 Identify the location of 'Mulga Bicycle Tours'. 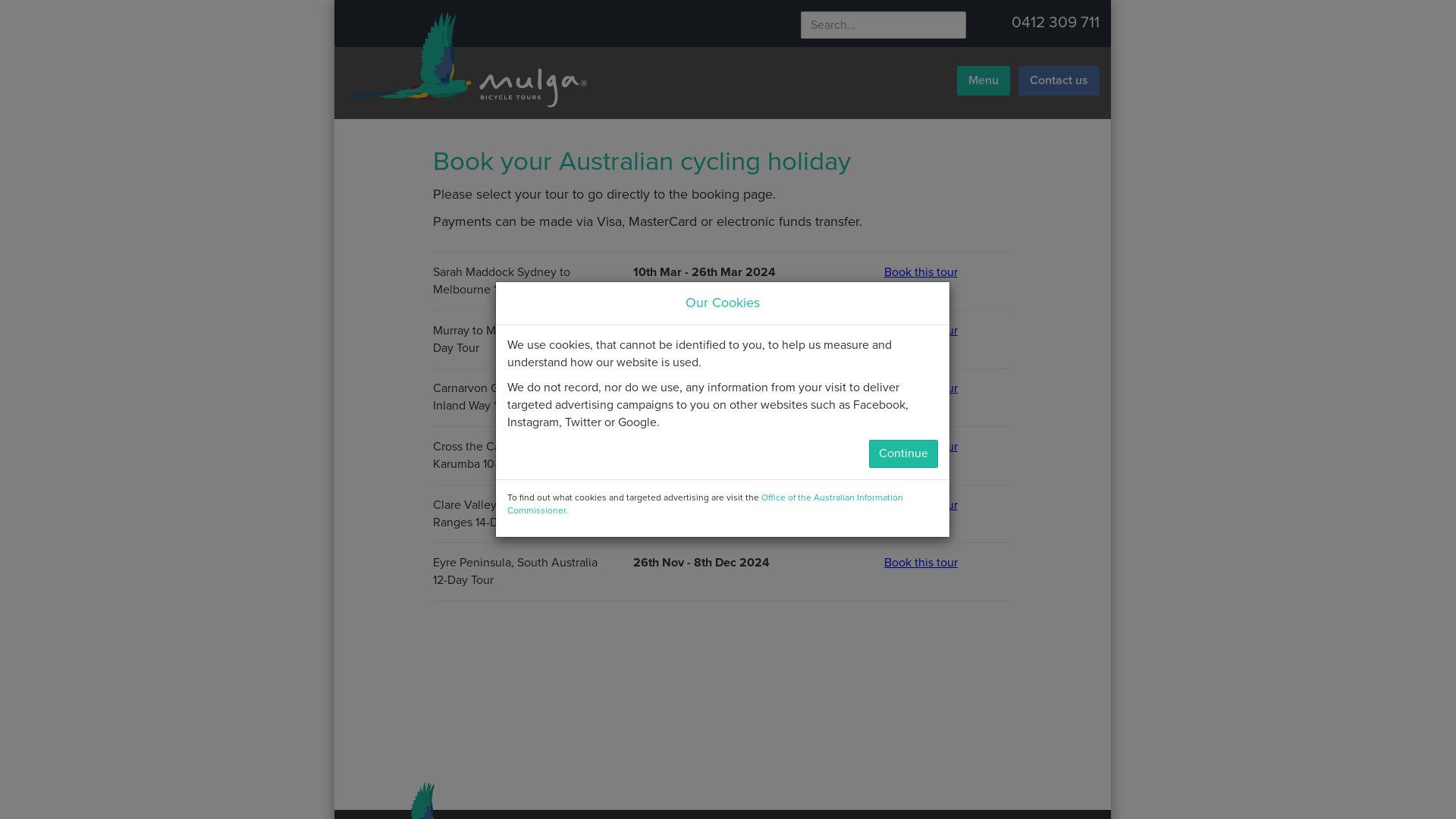
(463, 58).